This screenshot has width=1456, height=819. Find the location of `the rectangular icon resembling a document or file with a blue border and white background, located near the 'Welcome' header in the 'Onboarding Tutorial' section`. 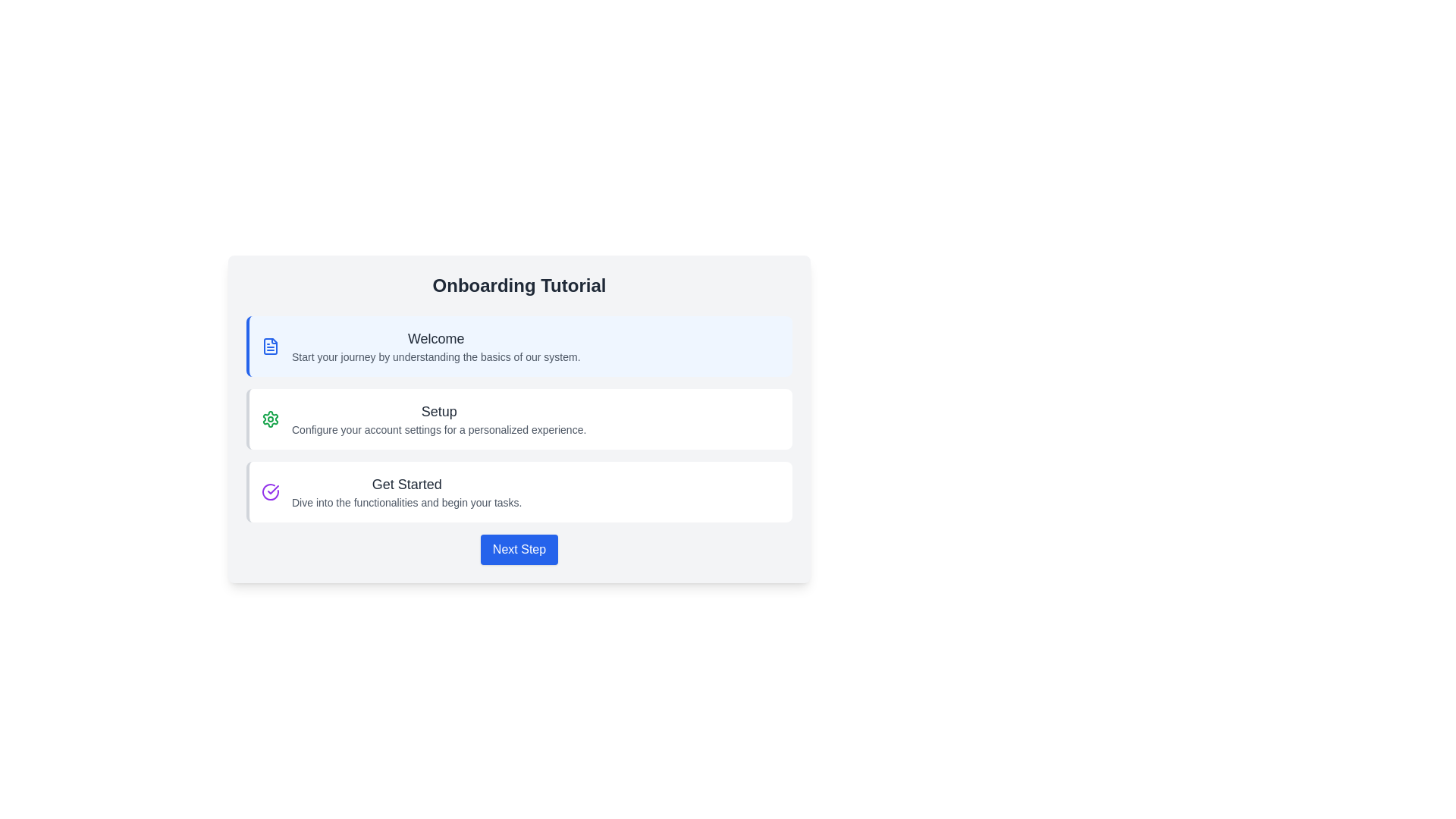

the rectangular icon resembling a document or file with a blue border and white background, located near the 'Welcome' header in the 'Onboarding Tutorial' section is located at coordinates (270, 346).